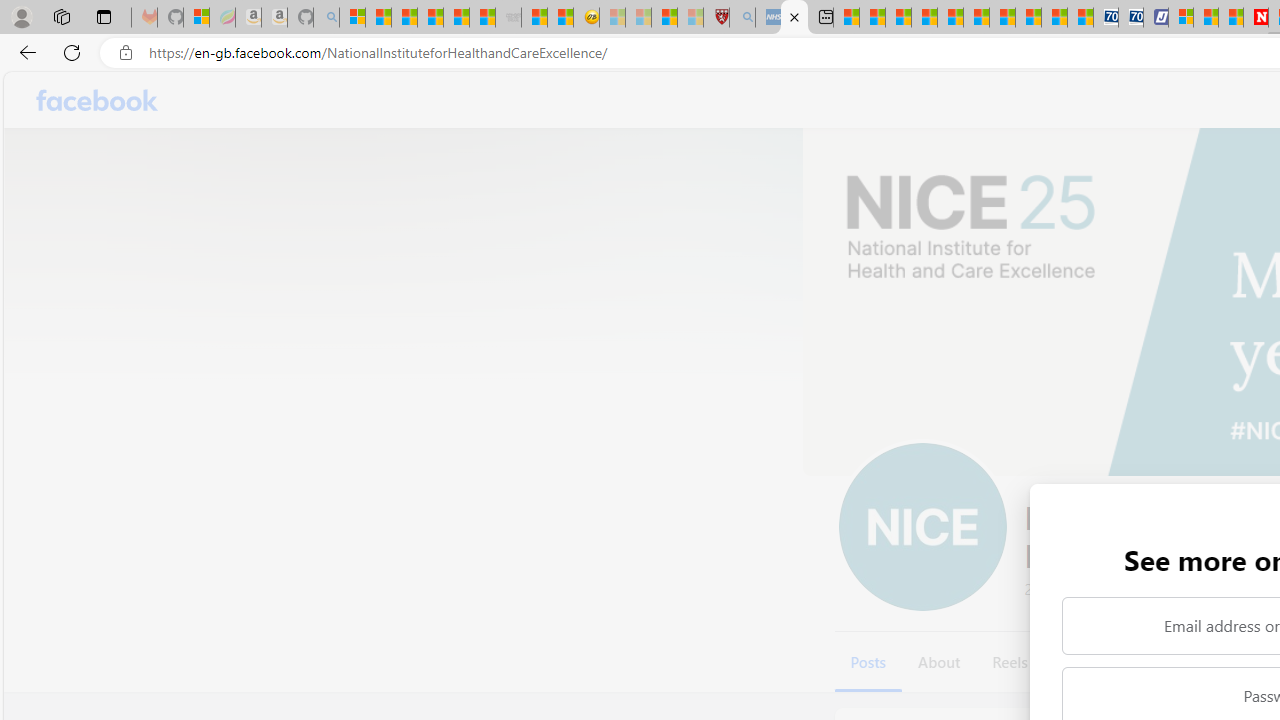  I want to click on 'New Report Confirms 2023 Was Record Hot | Watch', so click(455, 17).